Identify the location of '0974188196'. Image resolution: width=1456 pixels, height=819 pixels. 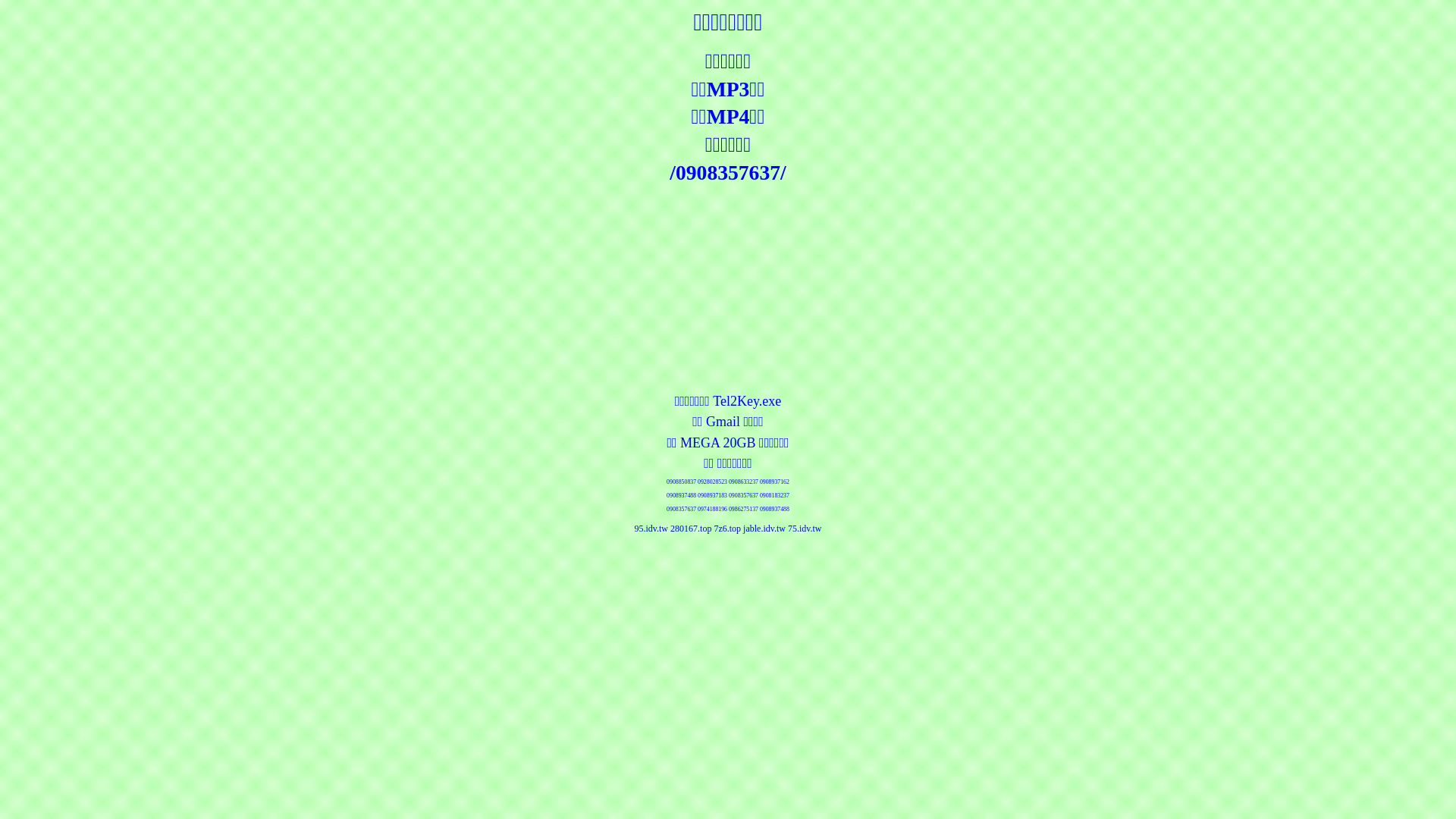
(711, 509).